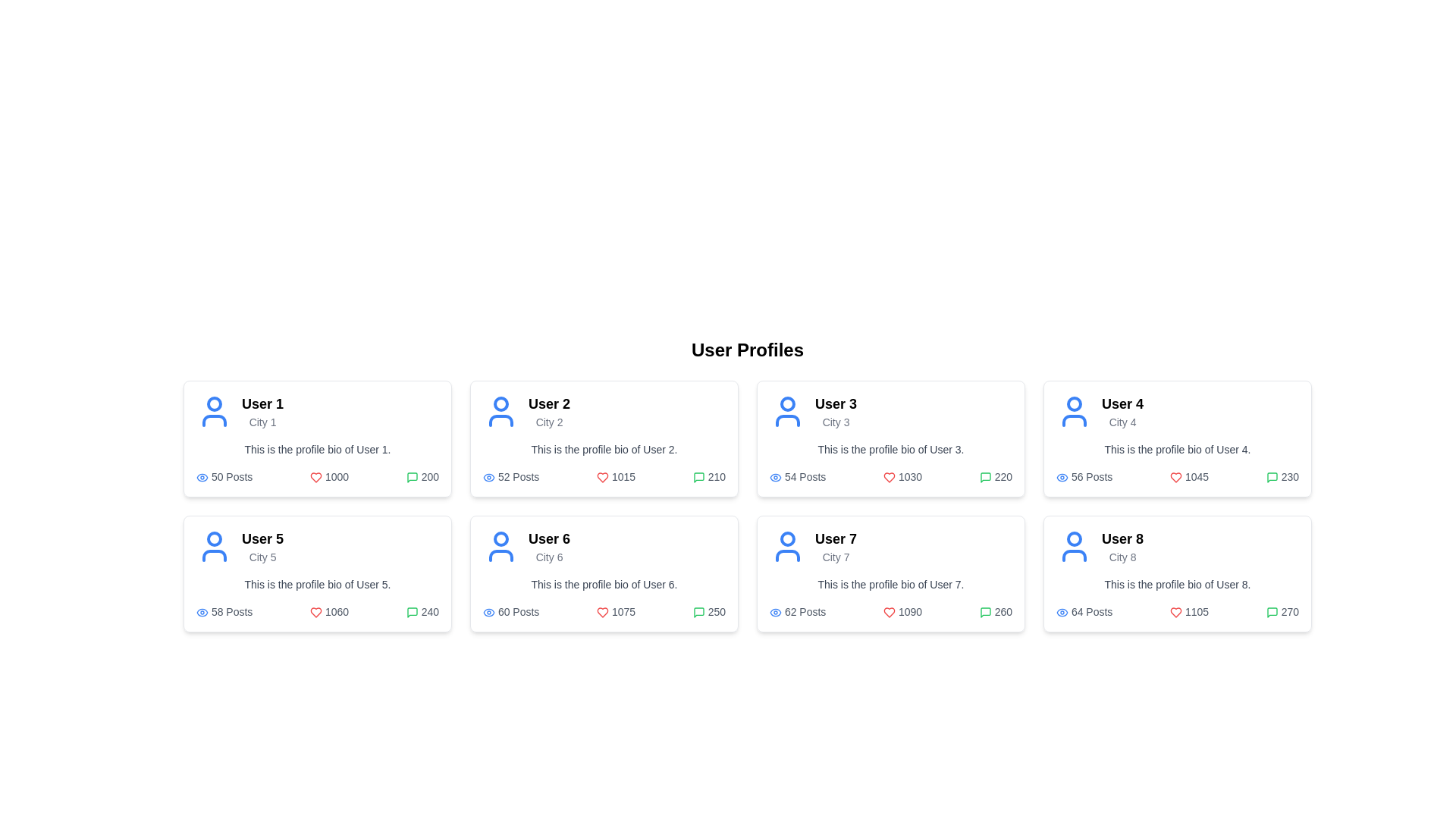  What do you see at coordinates (488, 611) in the screenshot?
I see `the blue eye outline icon located in the lower right quadrant of the profile card for 'User 6', which is part of a visual indicator row for views, likes, and comments` at bounding box center [488, 611].